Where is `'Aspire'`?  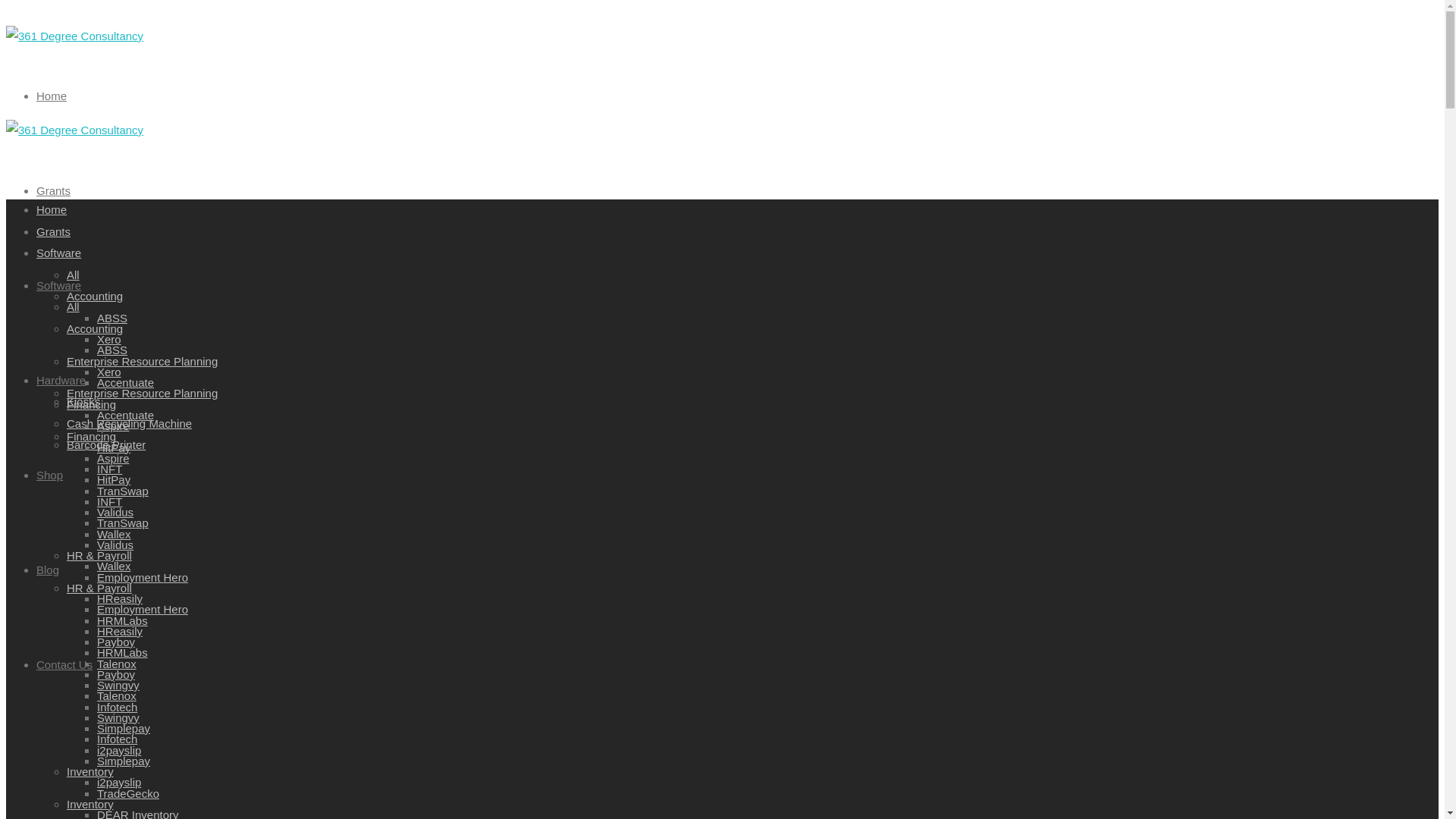
'Aspire' is located at coordinates (112, 425).